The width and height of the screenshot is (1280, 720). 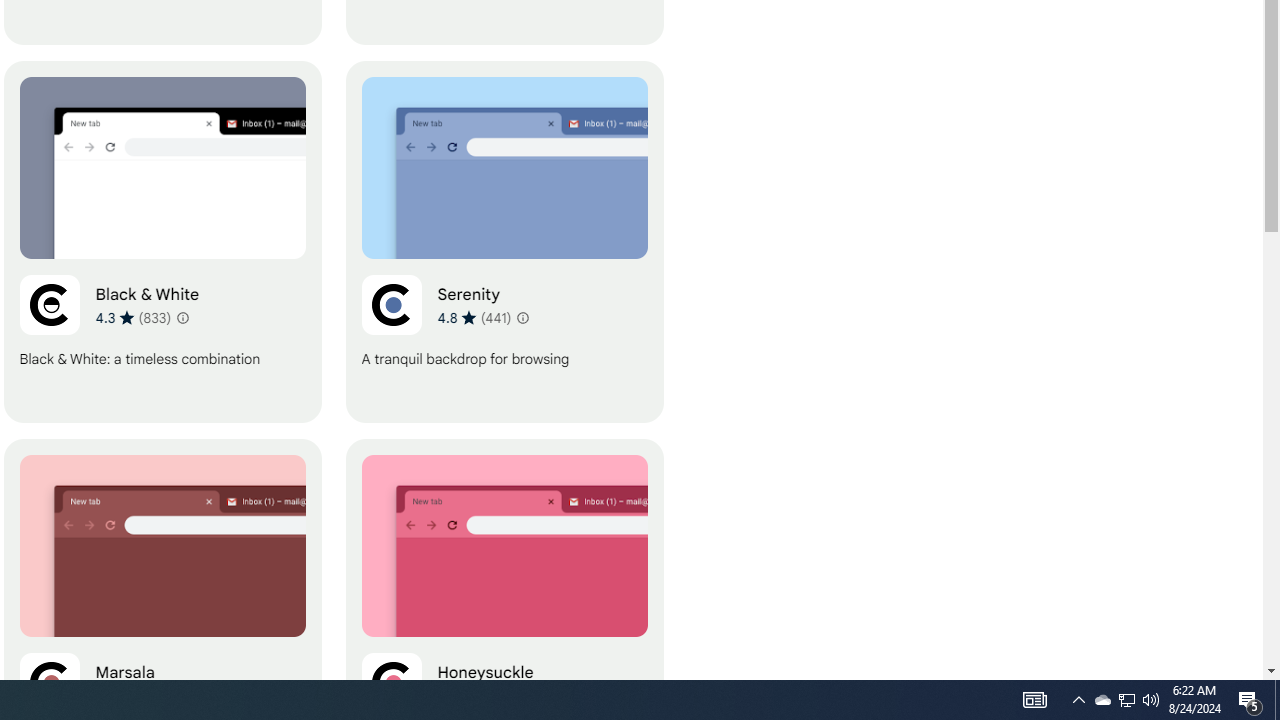 What do you see at coordinates (183, 316) in the screenshot?
I see `'Learn more about results and reviews "Black & White"'` at bounding box center [183, 316].